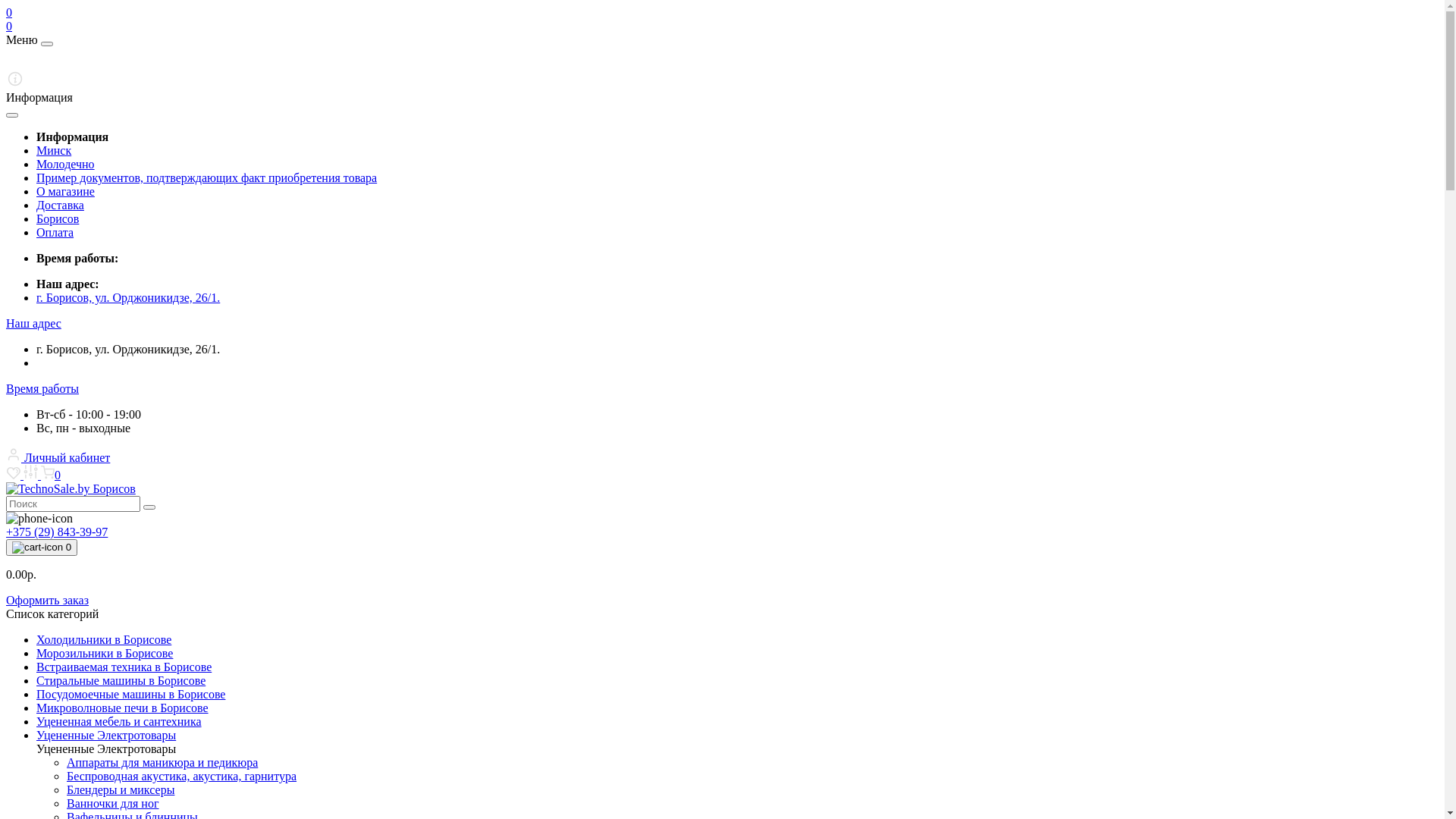 The height and width of the screenshot is (819, 1456). Describe the element at coordinates (51, 474) in the screenshot. I see `'0'` at that location.